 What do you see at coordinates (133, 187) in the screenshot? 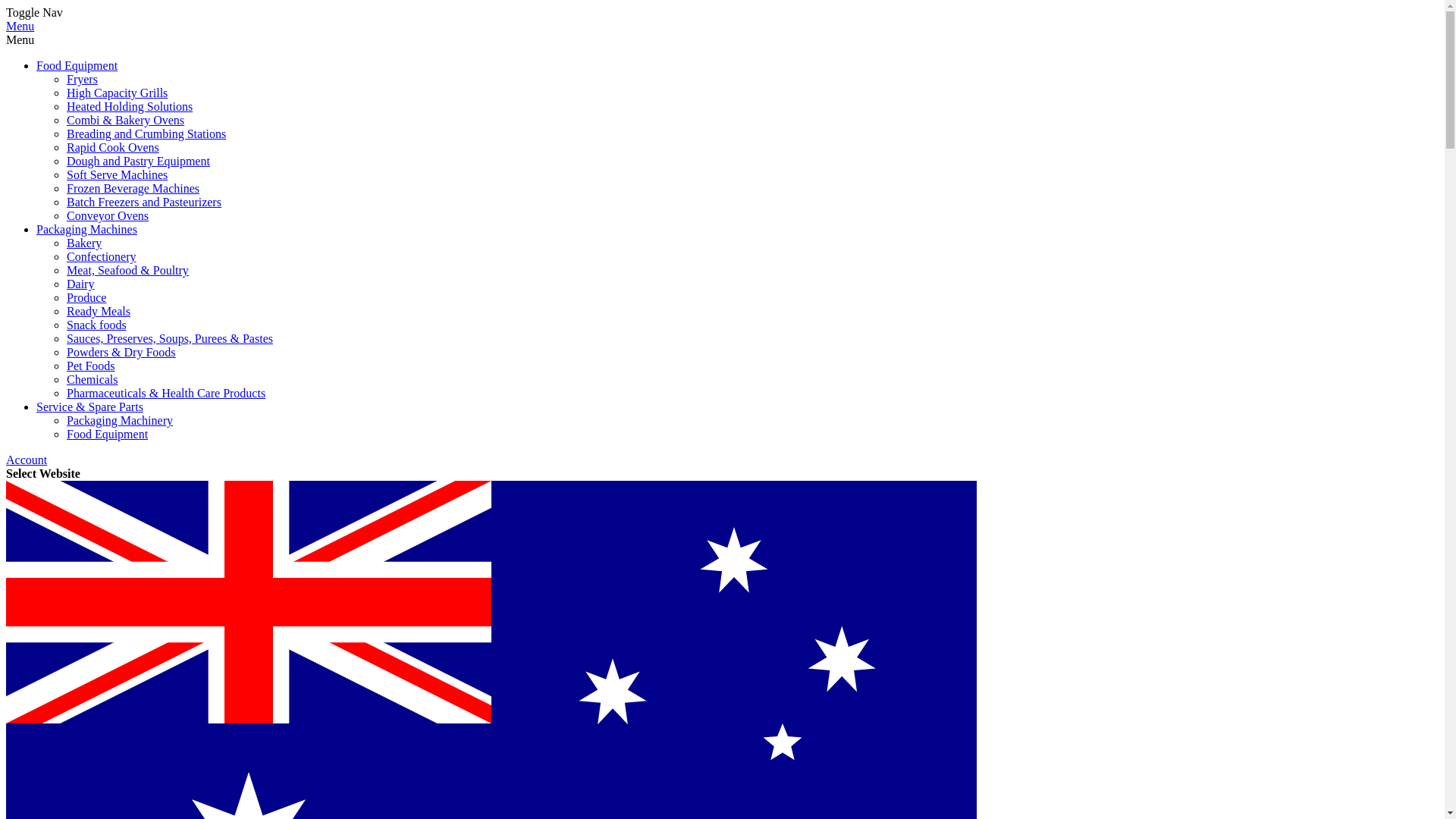
I see `'Frozen Beverage Machines'` at bounding box center [133, 187].